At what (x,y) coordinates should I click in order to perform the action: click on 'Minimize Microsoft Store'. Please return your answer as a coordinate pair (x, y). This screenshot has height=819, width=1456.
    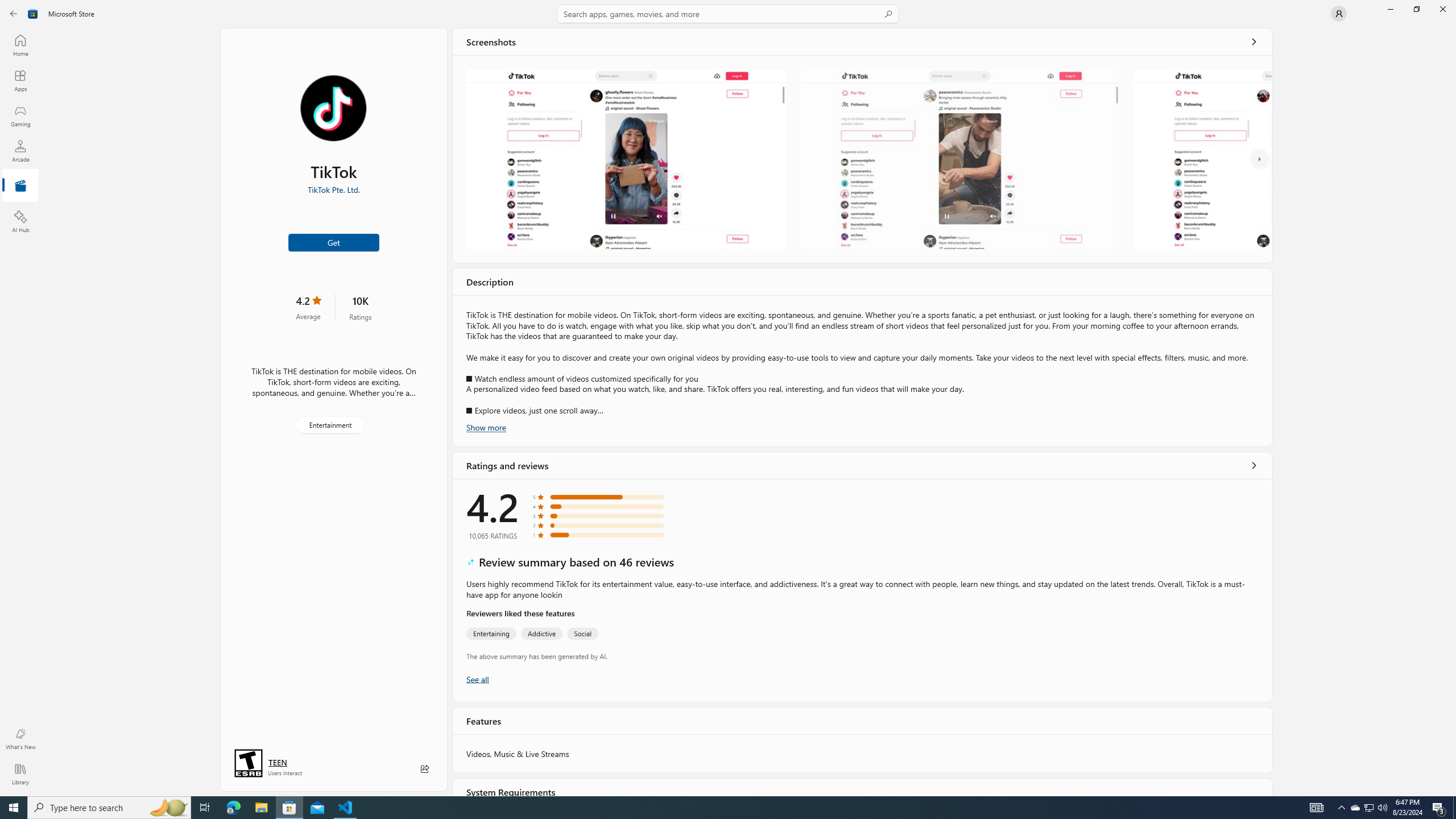
    Looking at the image, I should click on (1389, 9).